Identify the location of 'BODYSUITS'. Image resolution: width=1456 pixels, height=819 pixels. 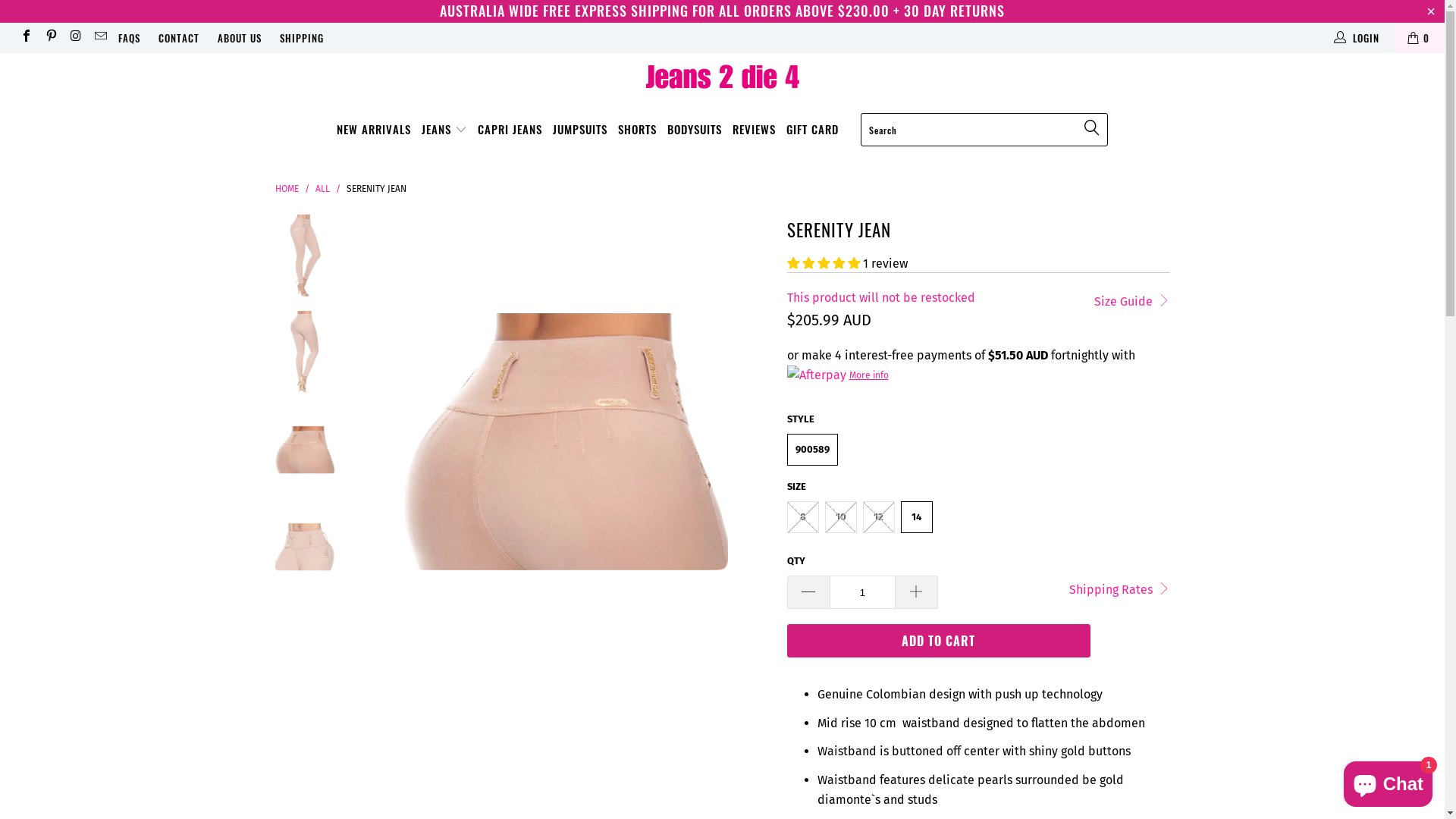
(694, 129).